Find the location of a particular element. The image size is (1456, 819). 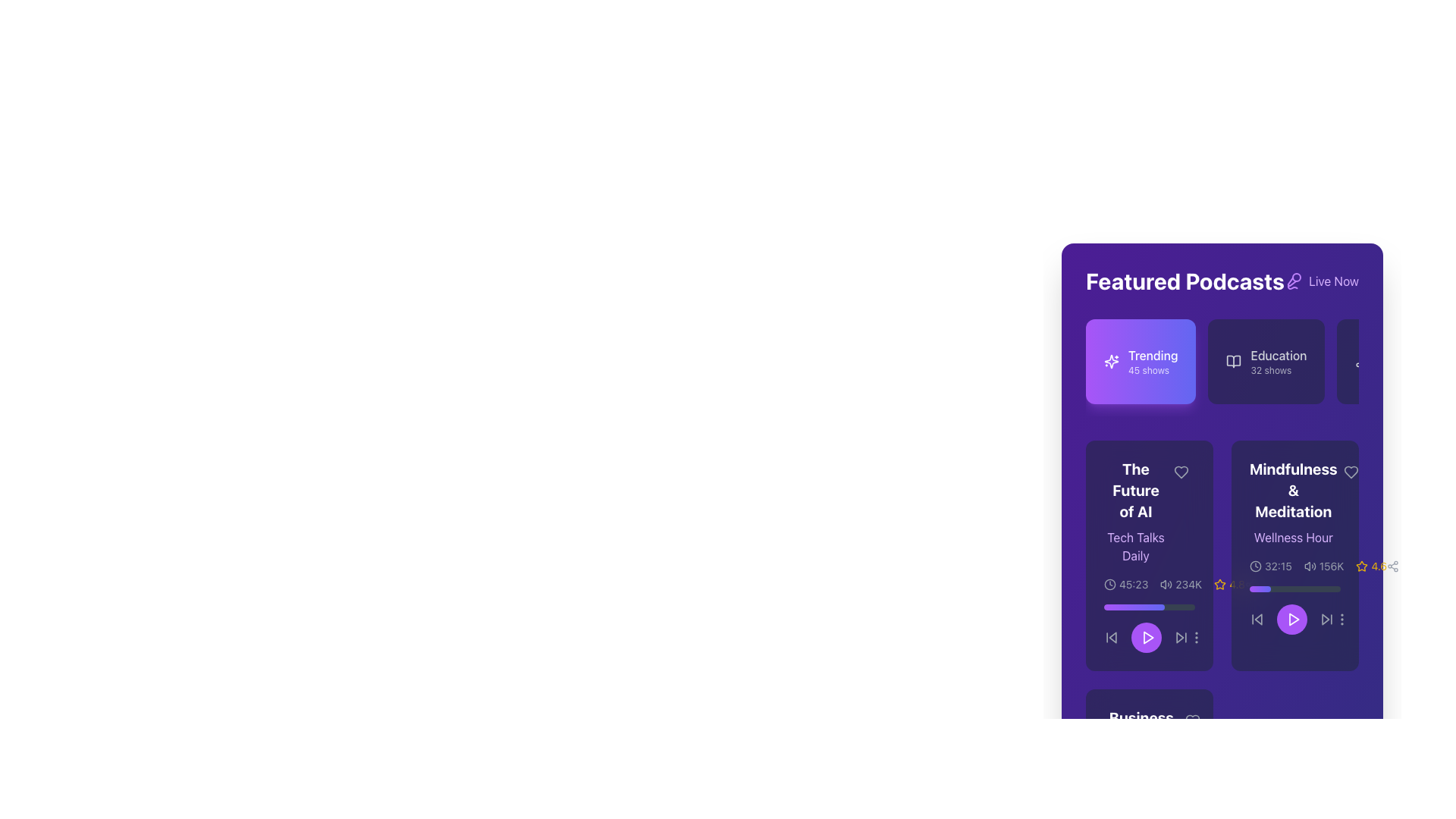

the composite information display element that includes the duration label '45:23', a speaker icon, and the number '234K' located below the title 'The Future of AI' and subtitle 'Tech Talks Daily' is located at coordinates (1150, 584).